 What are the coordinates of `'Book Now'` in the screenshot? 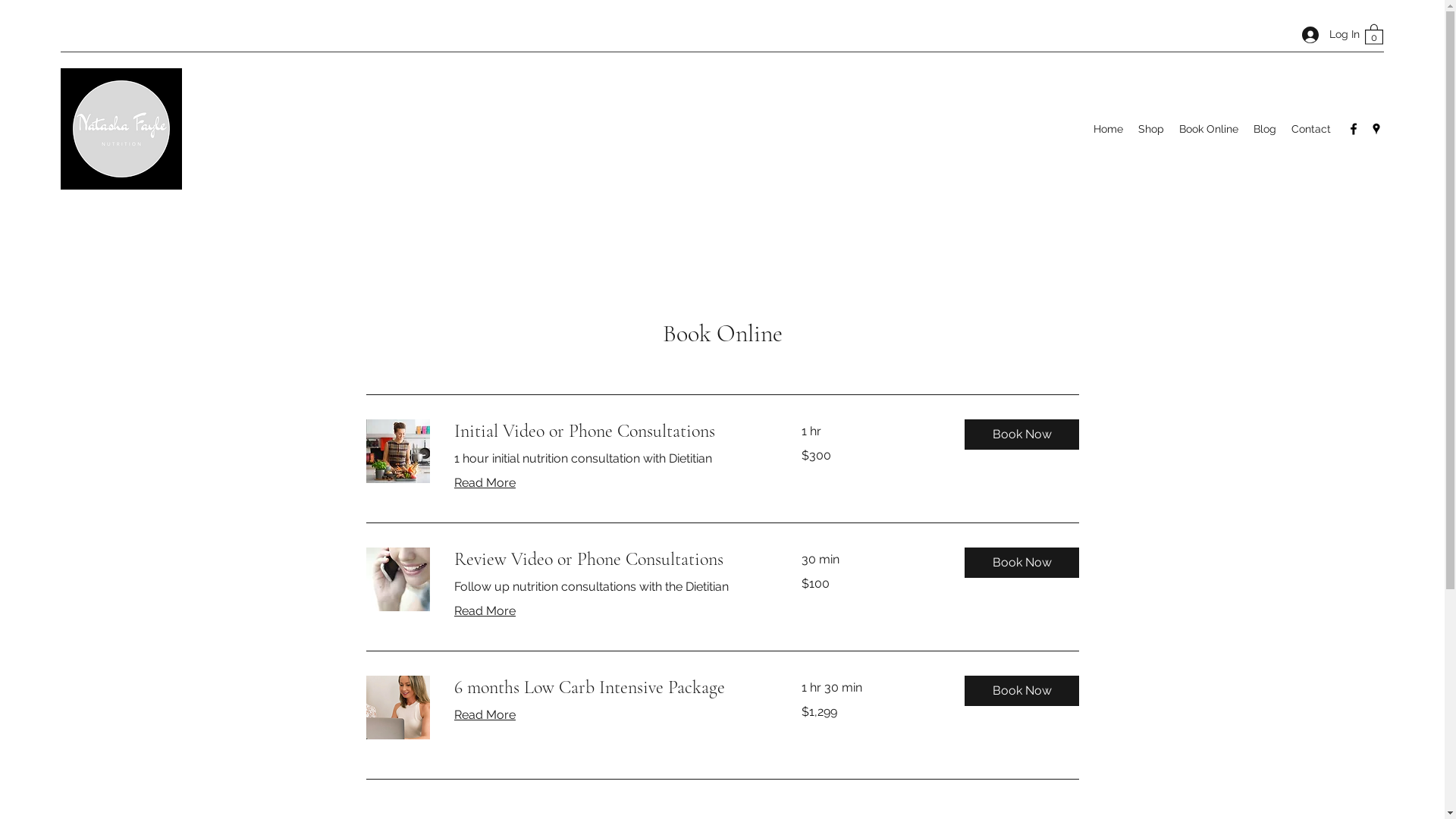 It's located at (1021, 435).